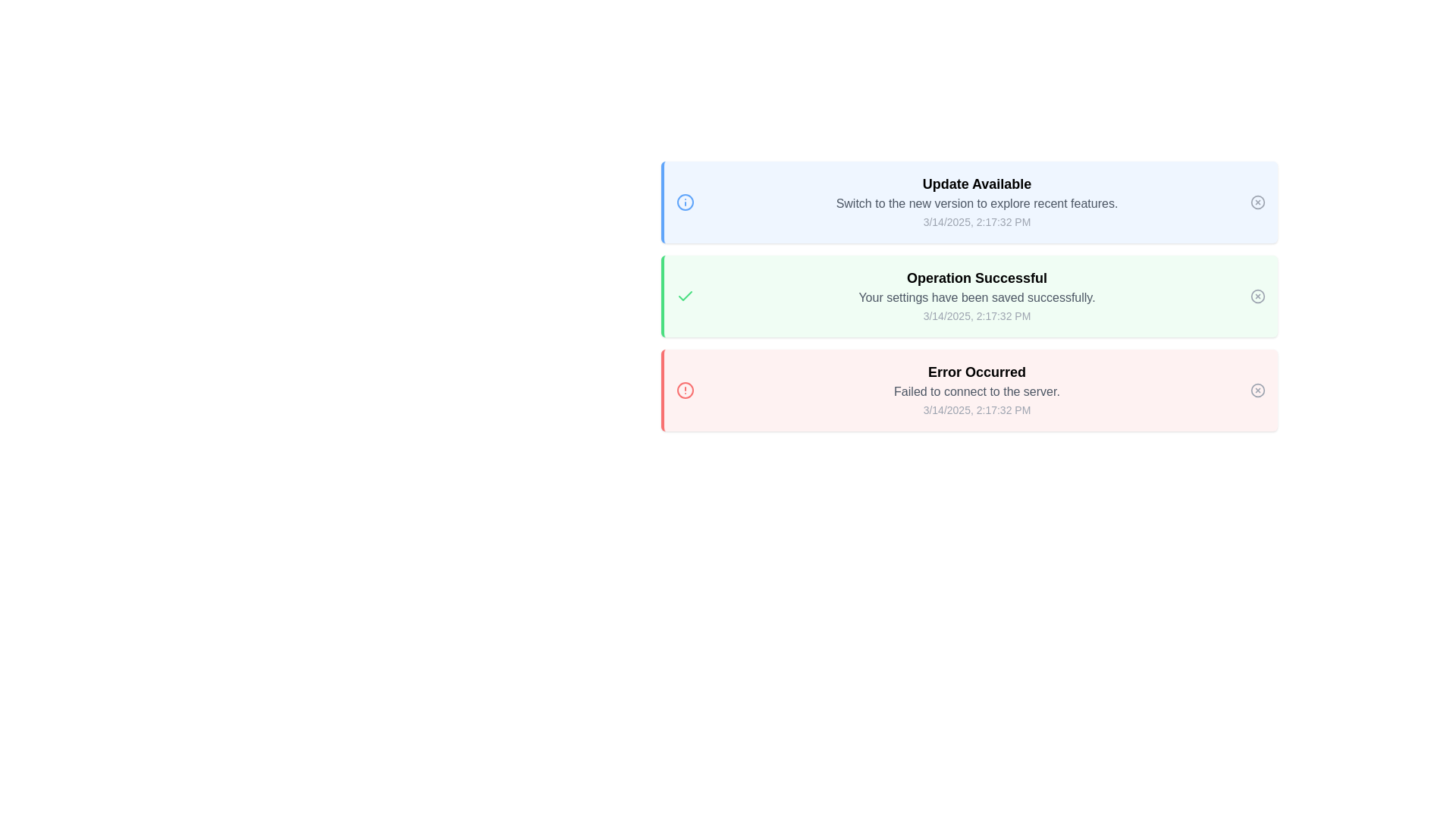  Describe the element at coordinates (977, 222) in the screenshot. I see `text displayed at the bottom of the blue notification box labeled 'Update Available', which shows the date and time '3/14/2025, 2:17:32 PM'` at that location.